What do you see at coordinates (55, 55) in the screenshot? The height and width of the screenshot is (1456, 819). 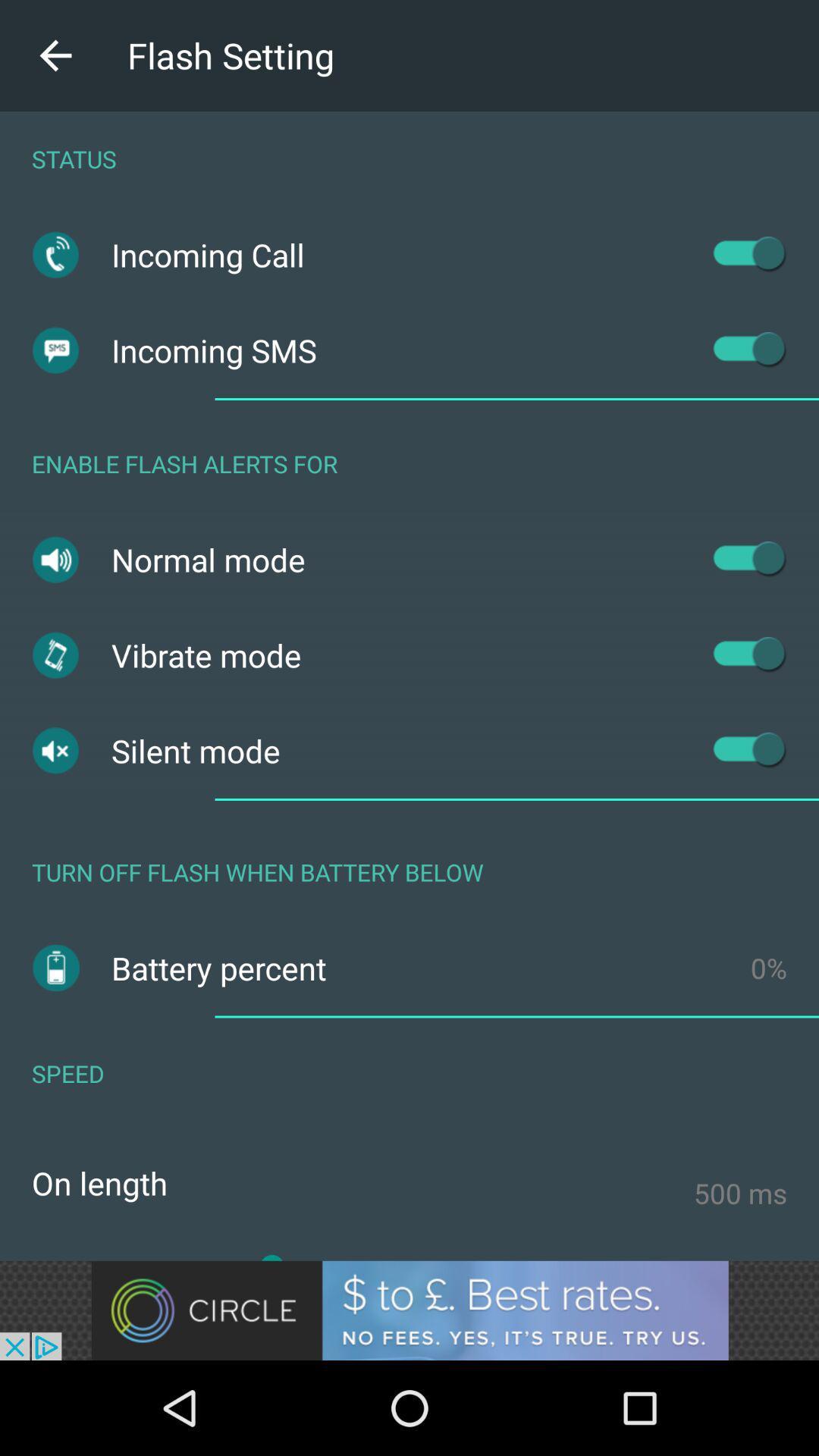 I see `the arrow_backward icon` at bounding box center [55, 55].